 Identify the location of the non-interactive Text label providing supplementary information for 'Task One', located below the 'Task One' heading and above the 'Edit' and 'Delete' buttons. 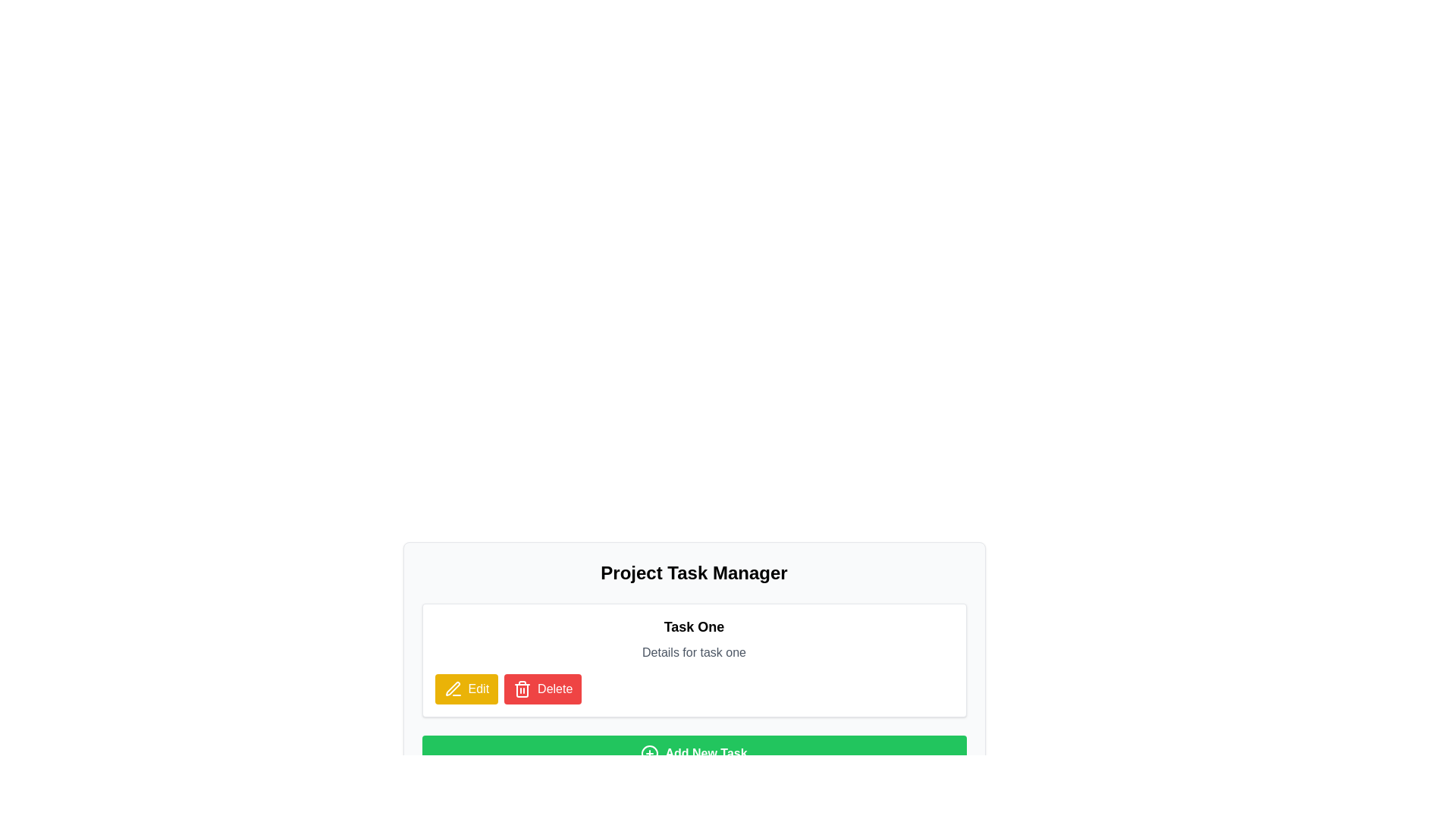
(693, 651).